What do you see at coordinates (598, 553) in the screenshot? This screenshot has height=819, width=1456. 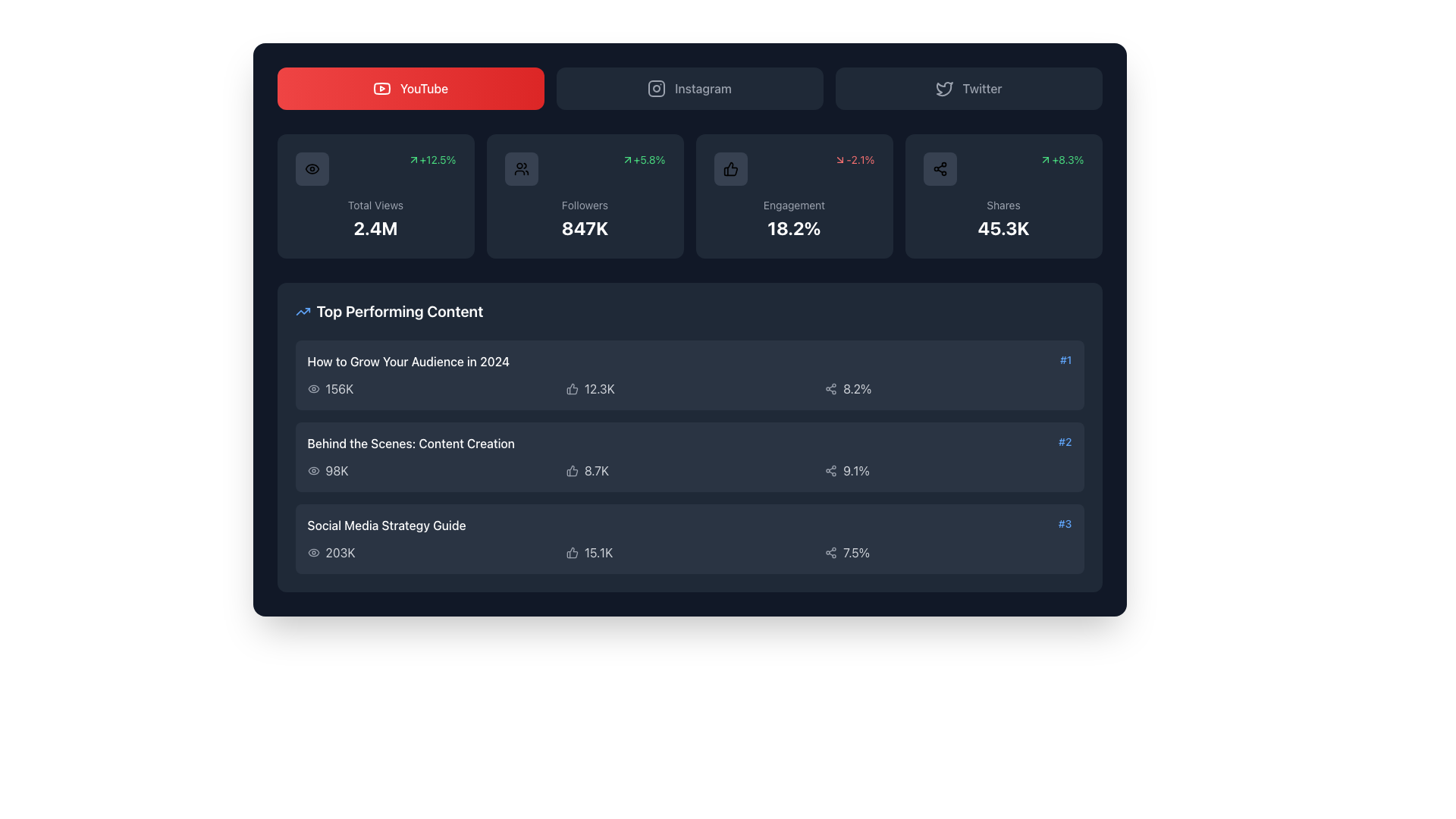 I see `value displayed in the Text label that indicates the count of reactions or interactions related to the associated content in the 'Top Performing Content' section, specifically under the 'Social Media Strategy Guide' entry` at bounding box center [598, 553].